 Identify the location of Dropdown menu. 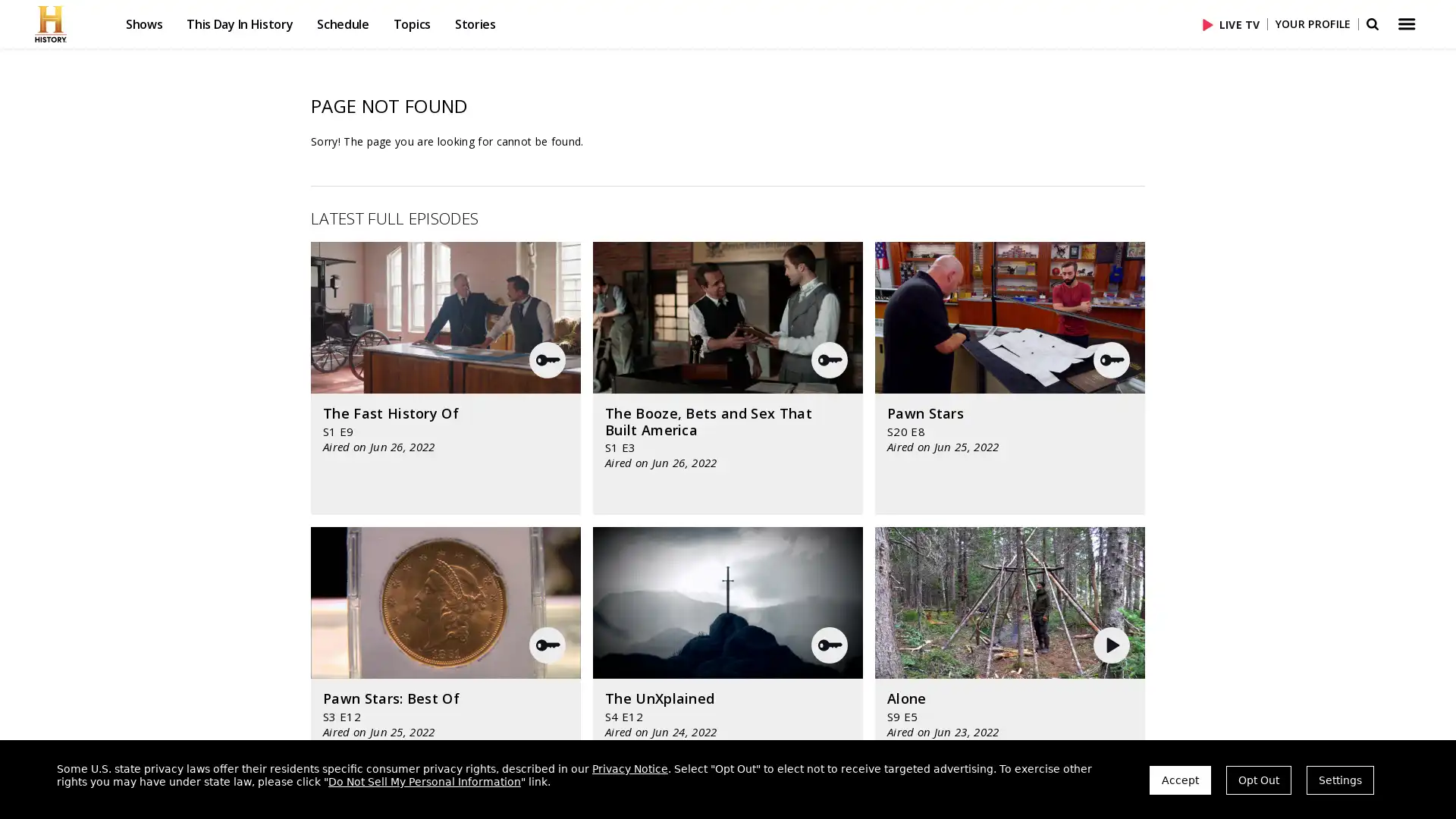
(1404, 24).